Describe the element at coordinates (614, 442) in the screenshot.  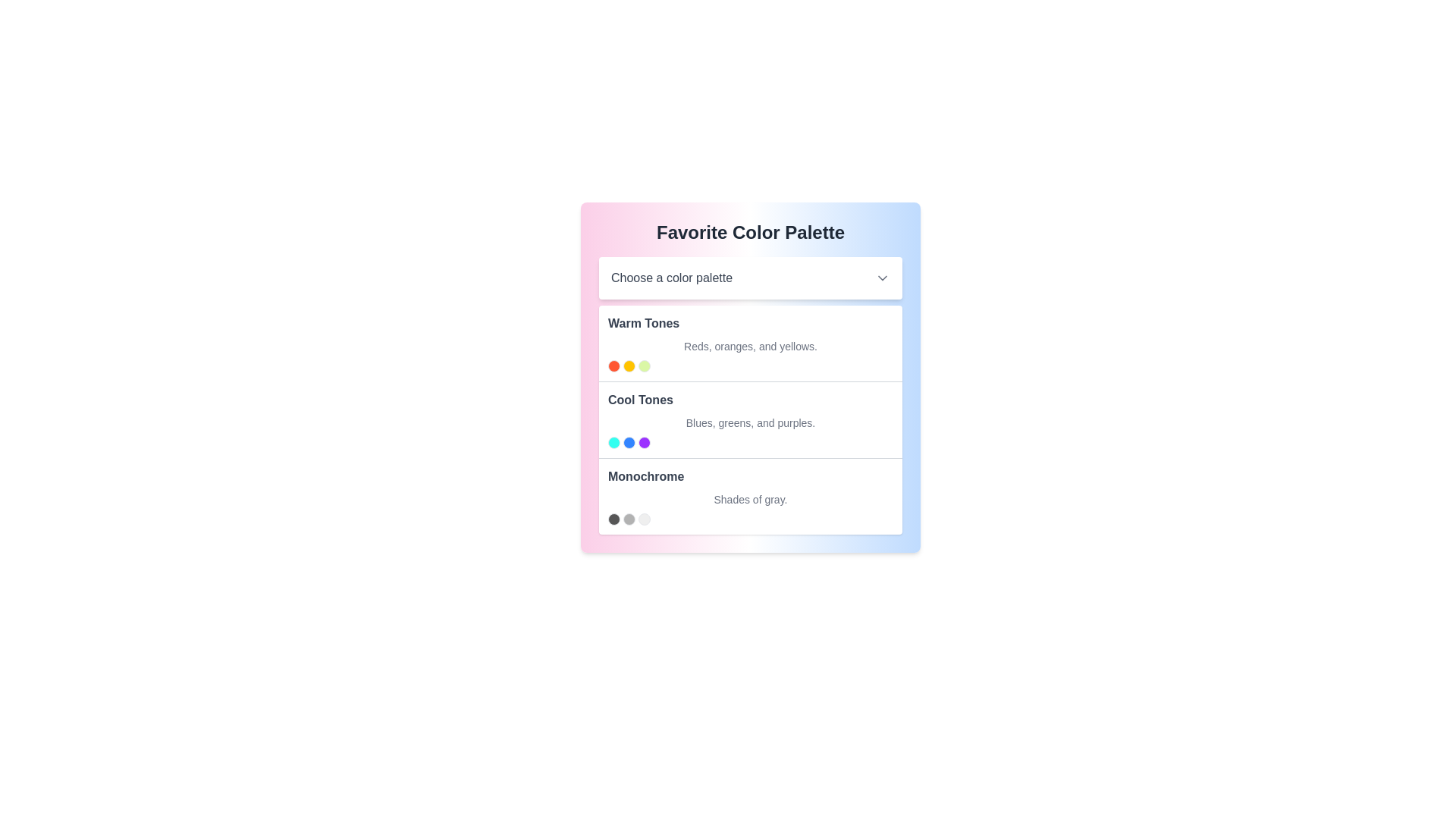
I see `the first color indicator in the 'Cool Tones' section` at that location.